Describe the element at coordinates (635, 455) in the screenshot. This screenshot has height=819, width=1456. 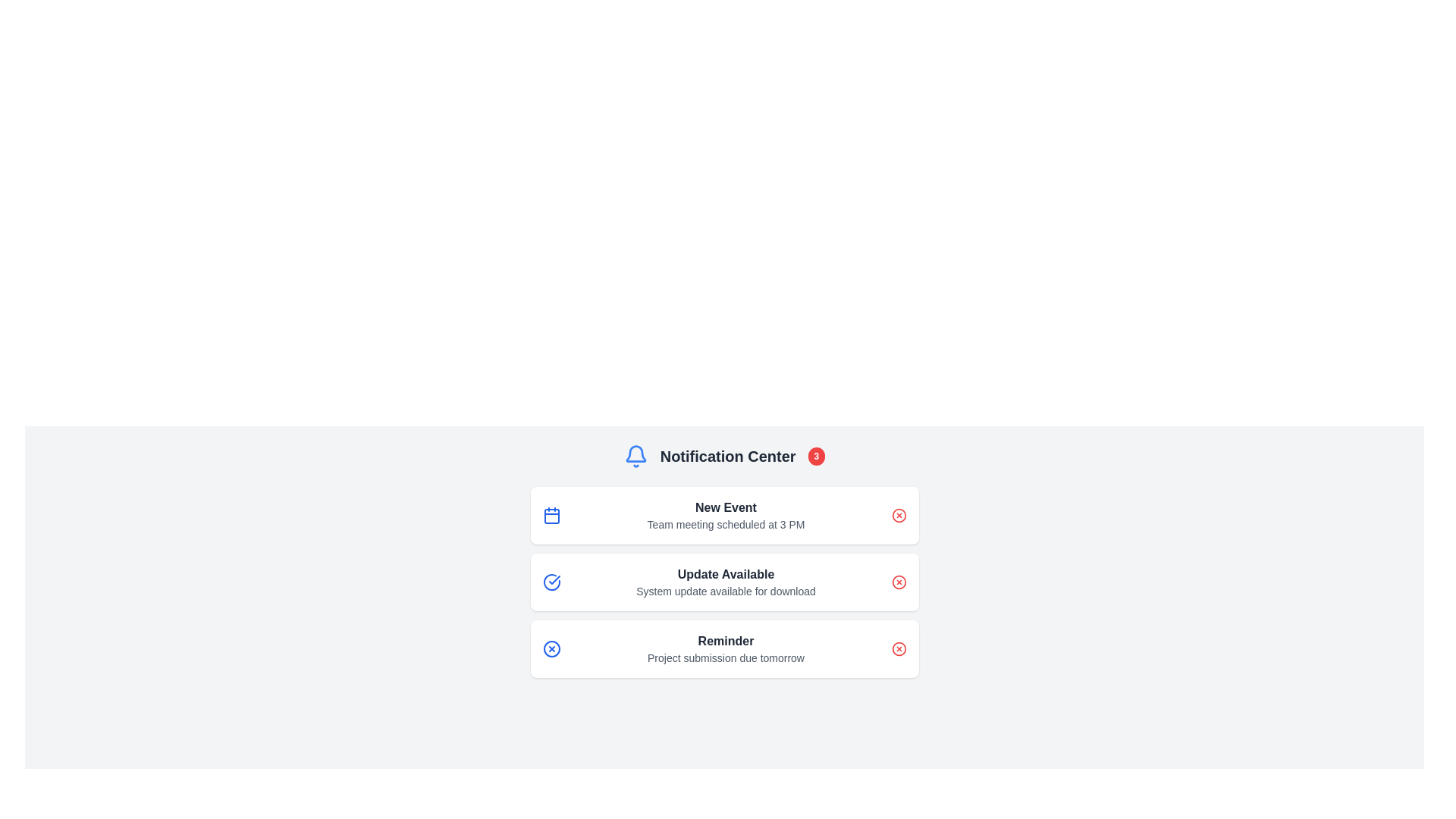
I see `the bell icon in the Notification Center section, which serves as a visual indicator for notifications and is clickable` at that location.